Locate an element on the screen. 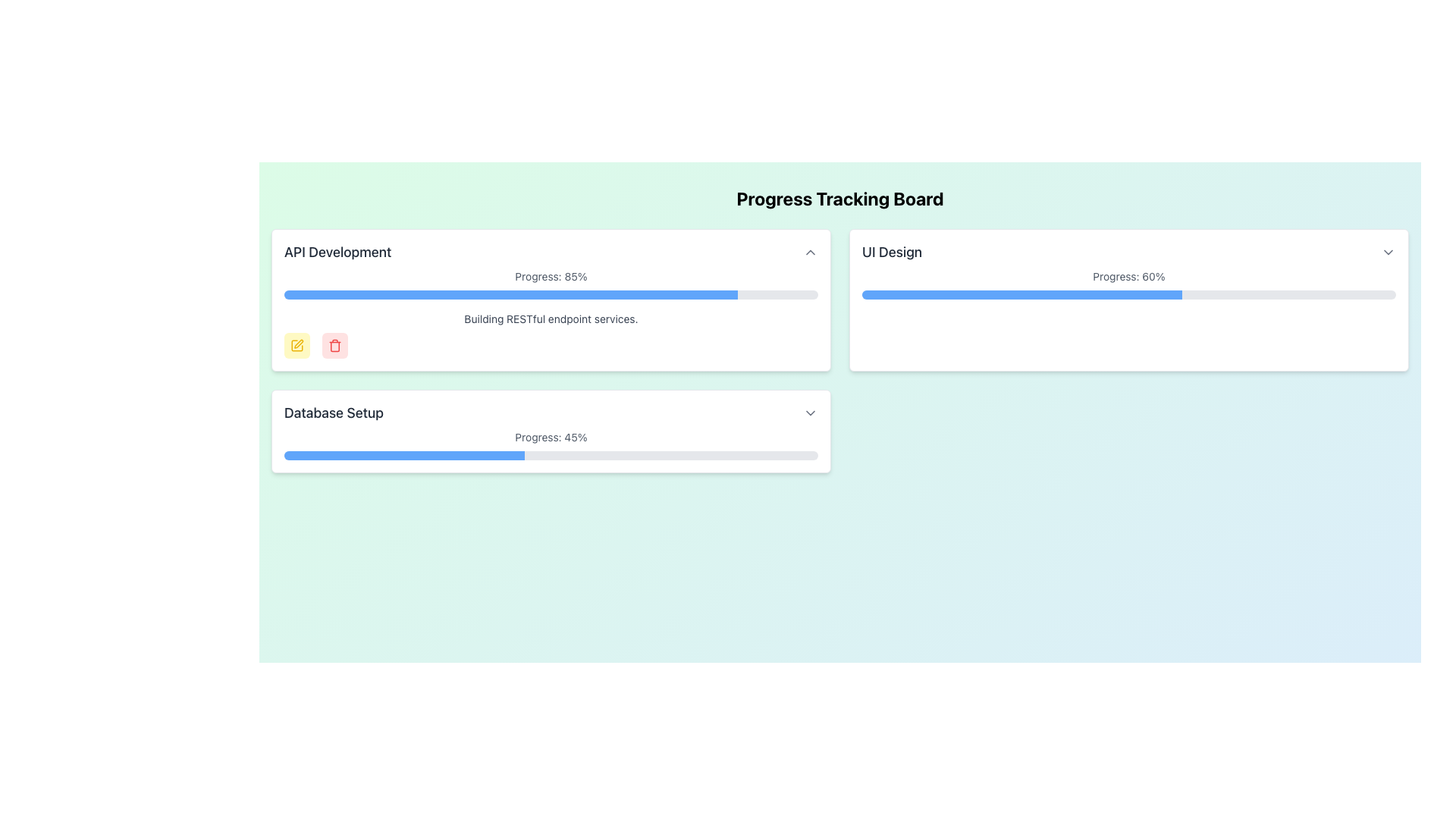 The height and width of the screenshot is (819, 1456). the progress bar is located at coordinates (293, 455).